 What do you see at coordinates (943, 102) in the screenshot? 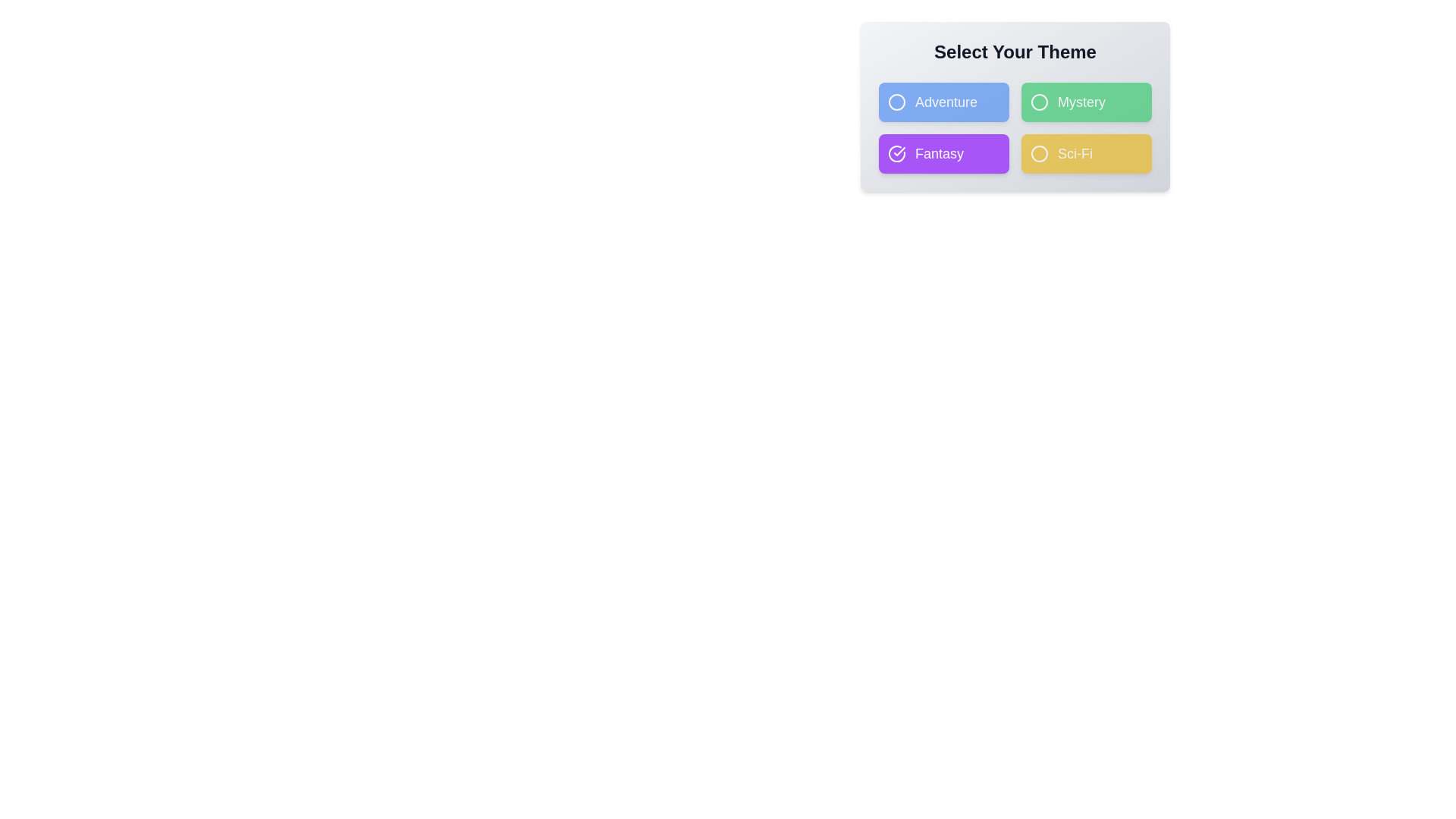
I see `the theme button corresponding to Adventure` at bounding box center [943, 102].